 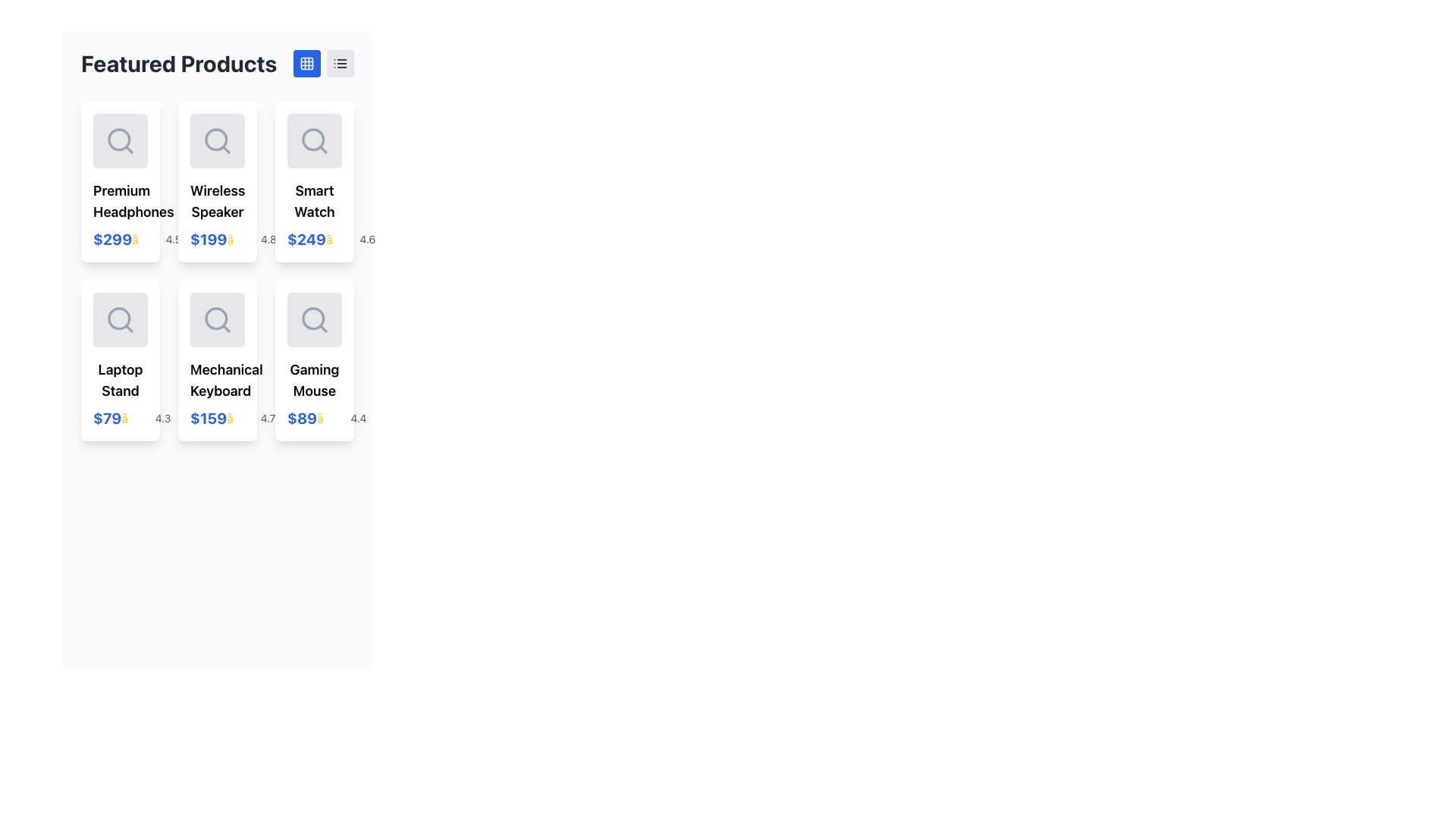 I want to click on the text component displaying 'Wireless Speaker', which is bold and larger, located in the second column of the first row in a grid layout of featured products, above pricing and rating indicators, so click(x=217, y=201).